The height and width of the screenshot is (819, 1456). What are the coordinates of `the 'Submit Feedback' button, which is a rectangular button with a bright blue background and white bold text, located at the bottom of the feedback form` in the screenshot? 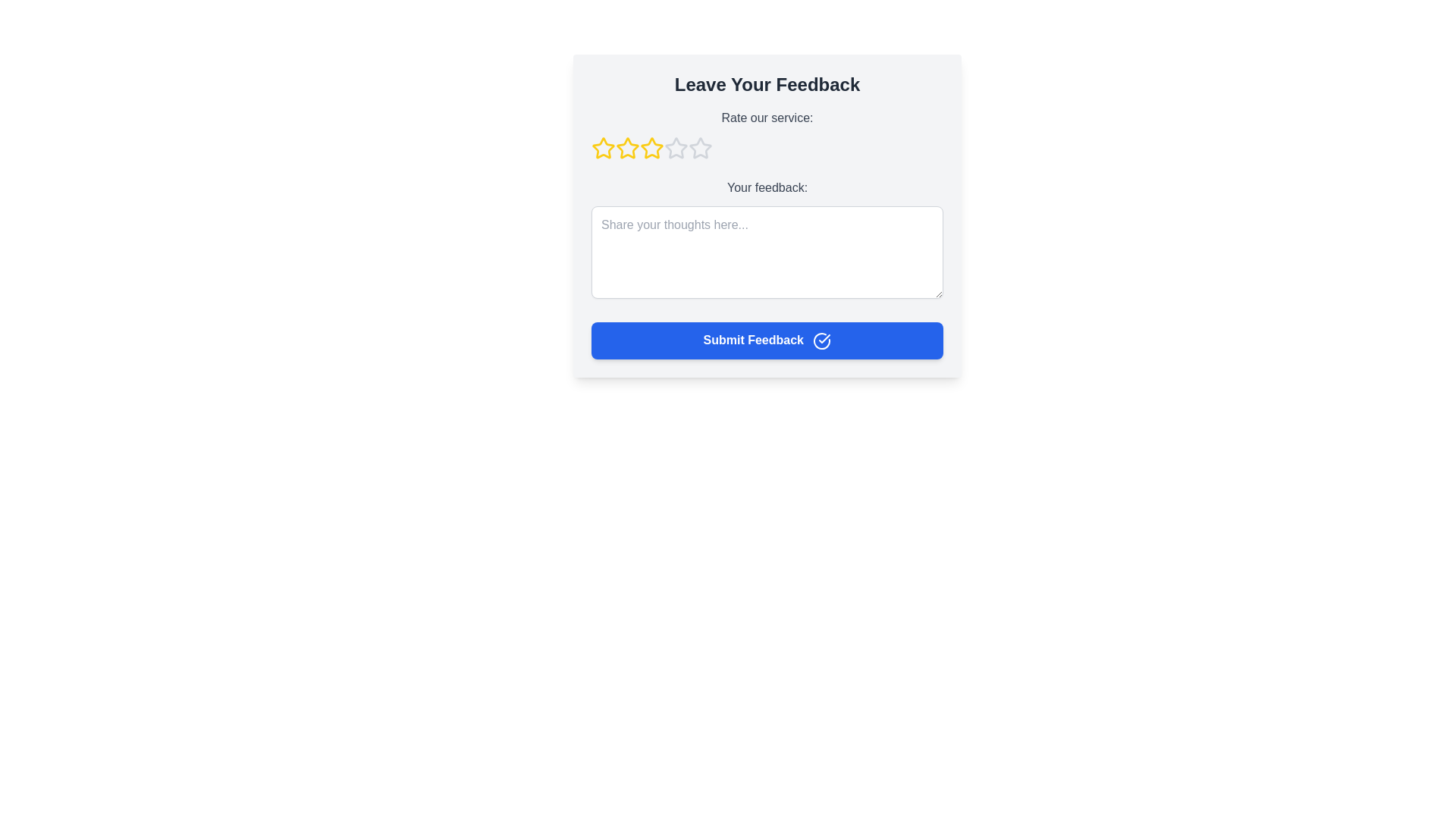 It's located at (767, 339).